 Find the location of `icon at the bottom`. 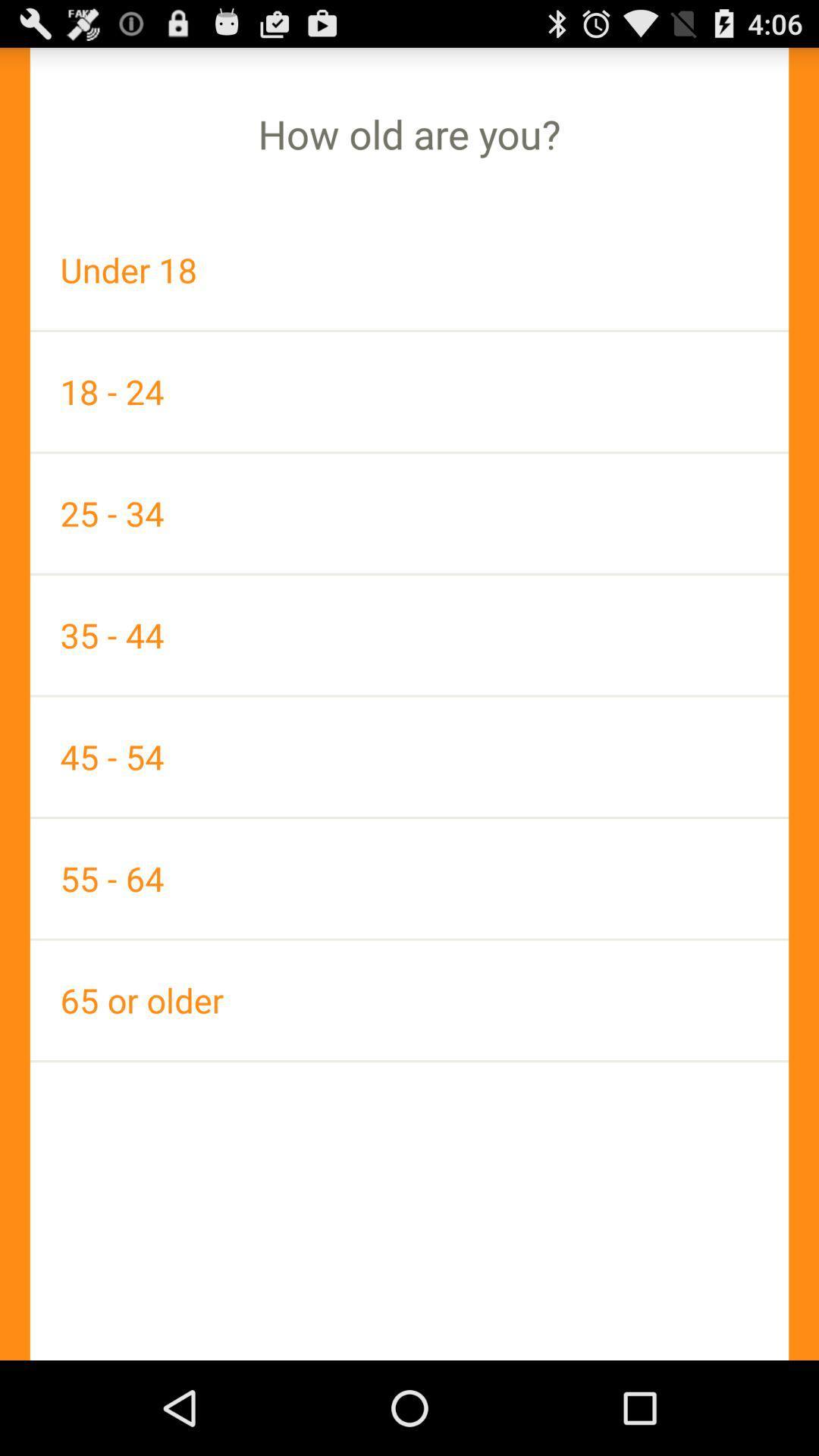

icon at the bottom is located at coordinates (409, 1000).